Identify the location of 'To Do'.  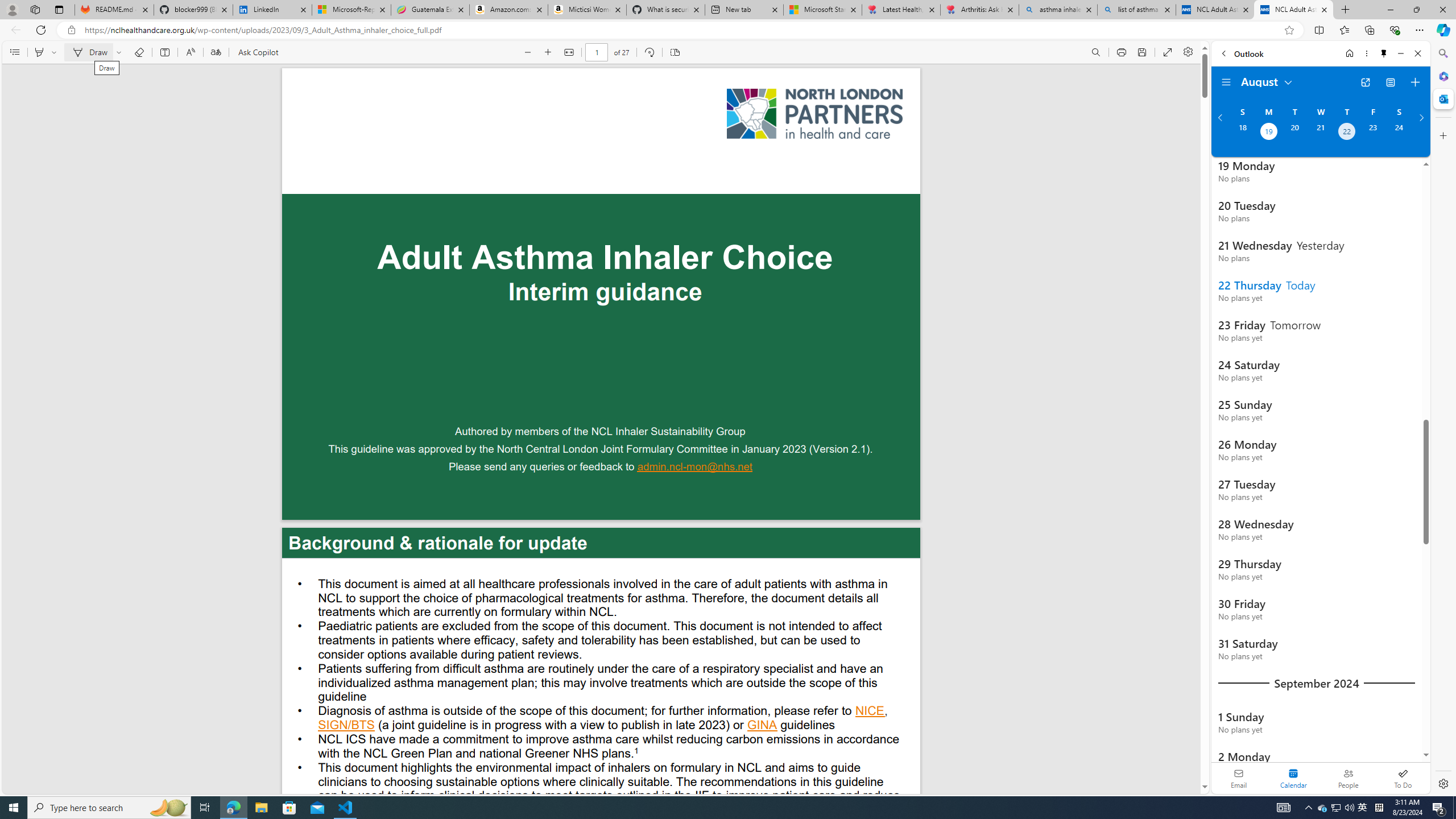
(1403, 777).